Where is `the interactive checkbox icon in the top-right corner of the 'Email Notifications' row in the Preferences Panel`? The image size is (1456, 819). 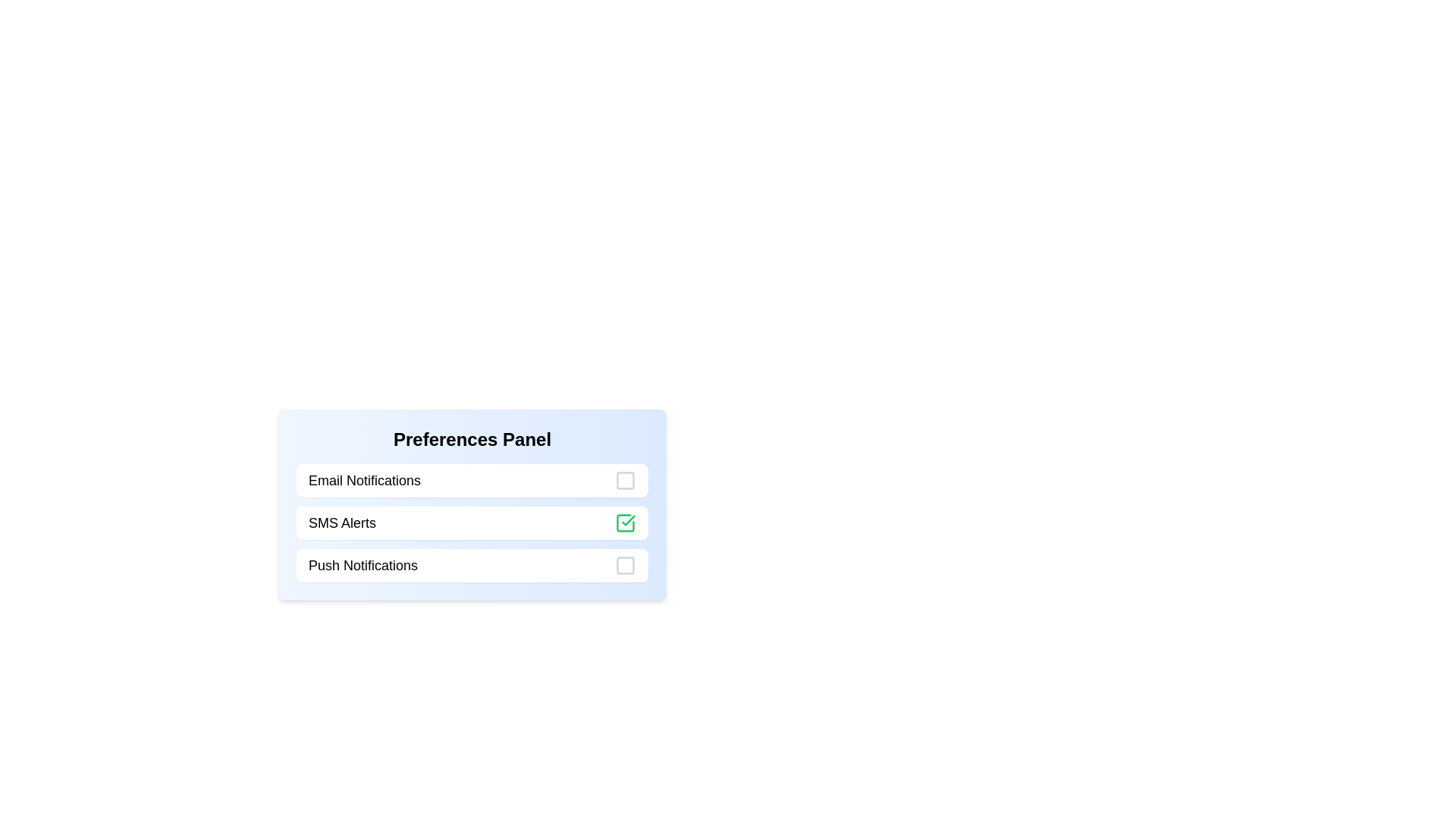 the interactive checkbox icon in the top-right corner of the 'Email Notifications' row in the Preferences Panel is located at coordinates (626, 480).